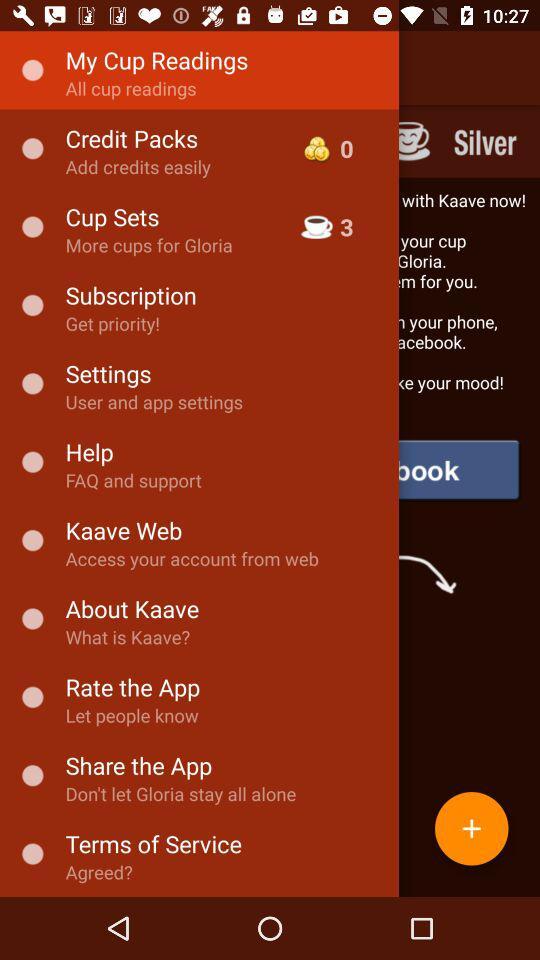 The width and height of the screenshot is (540, 960). Describe the element at coordinates (471, 828) in the screenshot. I see `the add icon` at that location.